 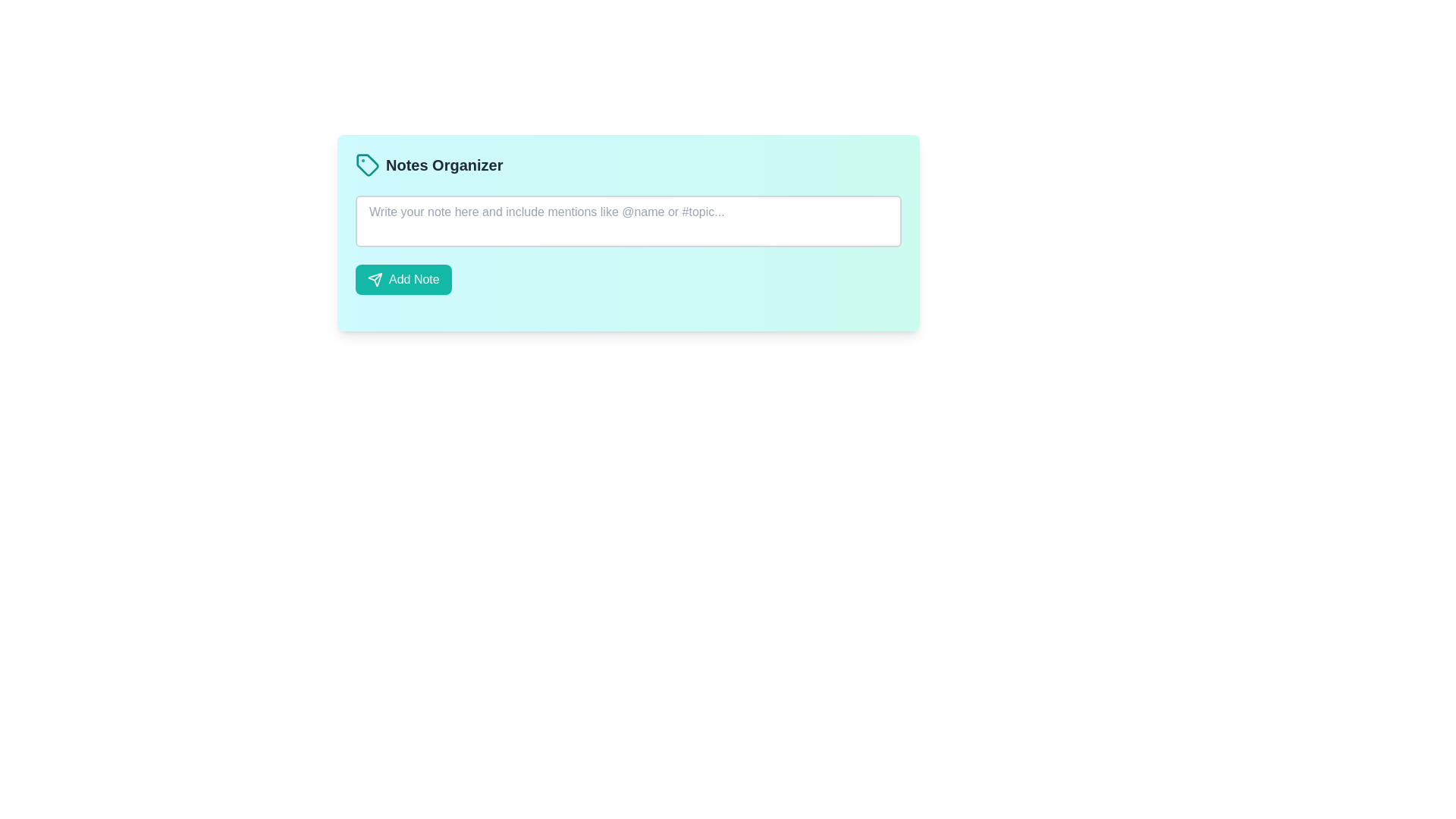 I want to click on the text input area with placeholder 'Write your note here and include mentions like @name or #topic...' to focus on it, so click(x=629, y=221).